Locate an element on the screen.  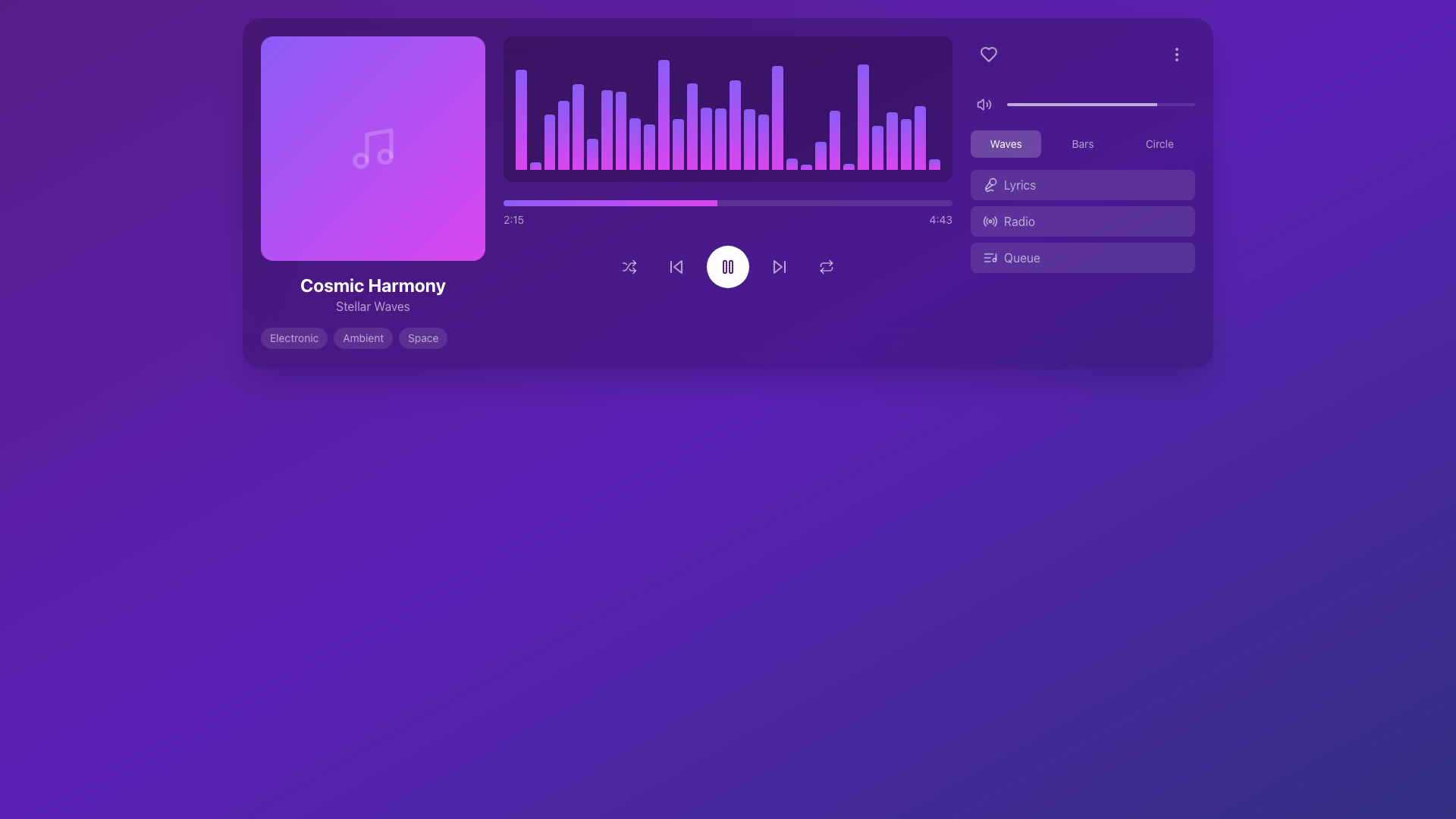
the small circular shape within the musical note icon located in the top-left section of the media player interface, specifically the rightmost circle of the two circular shapes is located at coordinates (385, 155).